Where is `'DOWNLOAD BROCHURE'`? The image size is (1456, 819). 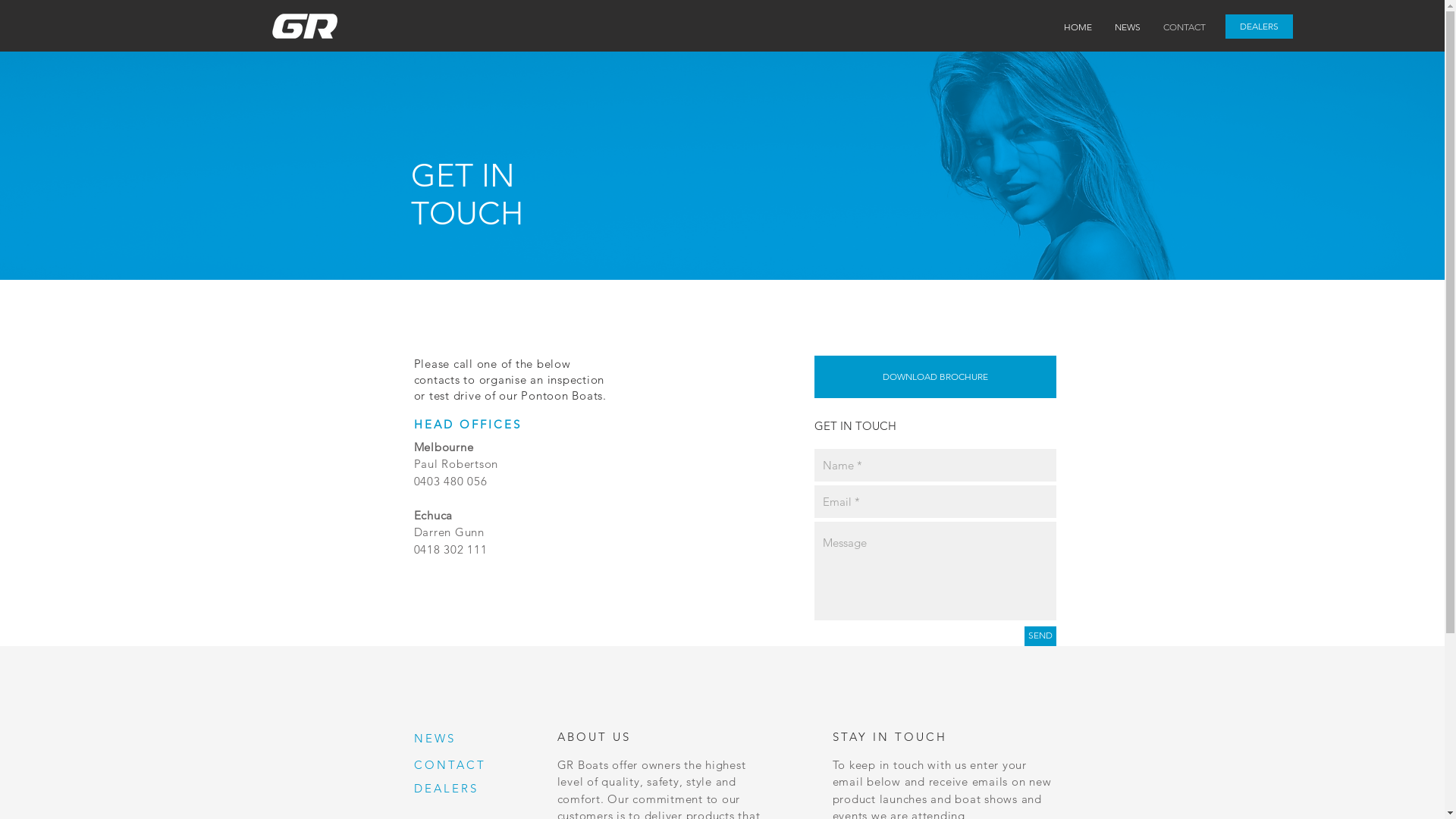
'DOWNLOAD BROCHURE' is located at coordinates (934, 376).